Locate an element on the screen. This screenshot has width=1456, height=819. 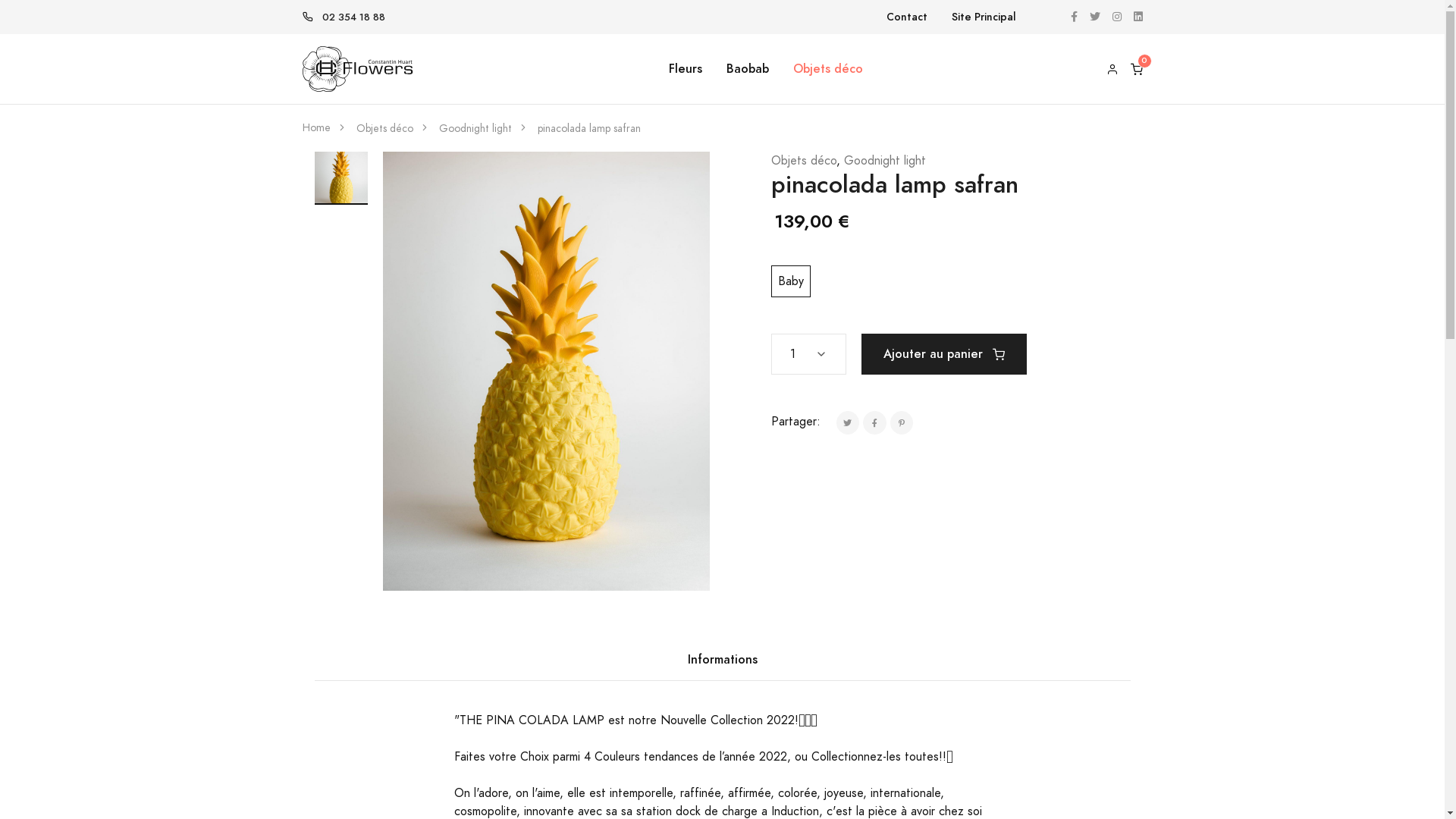
'Home' is located at coordinates (315, 127).